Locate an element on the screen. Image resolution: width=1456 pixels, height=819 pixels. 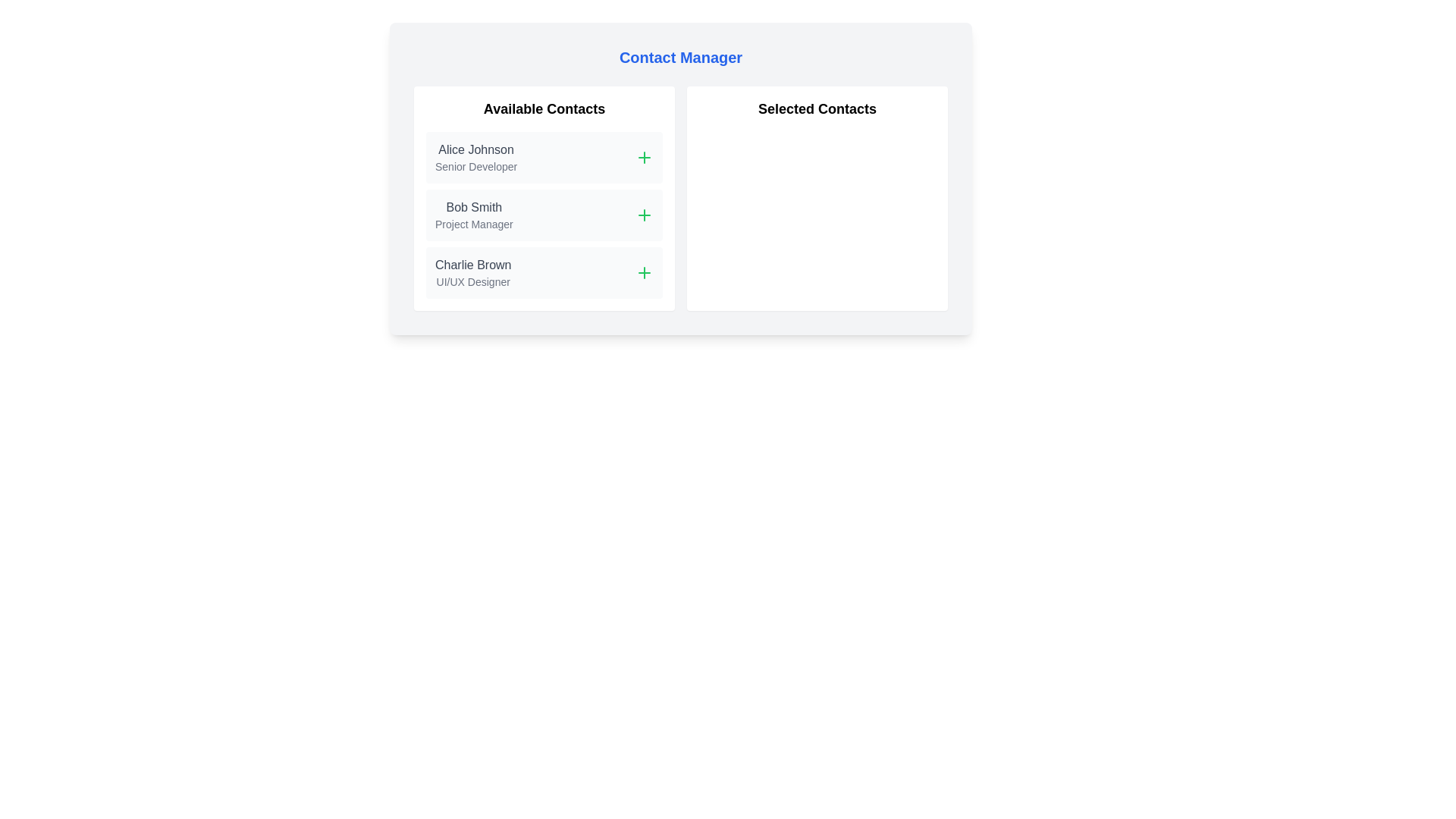
the first plus icon located to the far right of 'Alice Johnson' in the 'Available Contacts' section is located at coordinates (644, 158).